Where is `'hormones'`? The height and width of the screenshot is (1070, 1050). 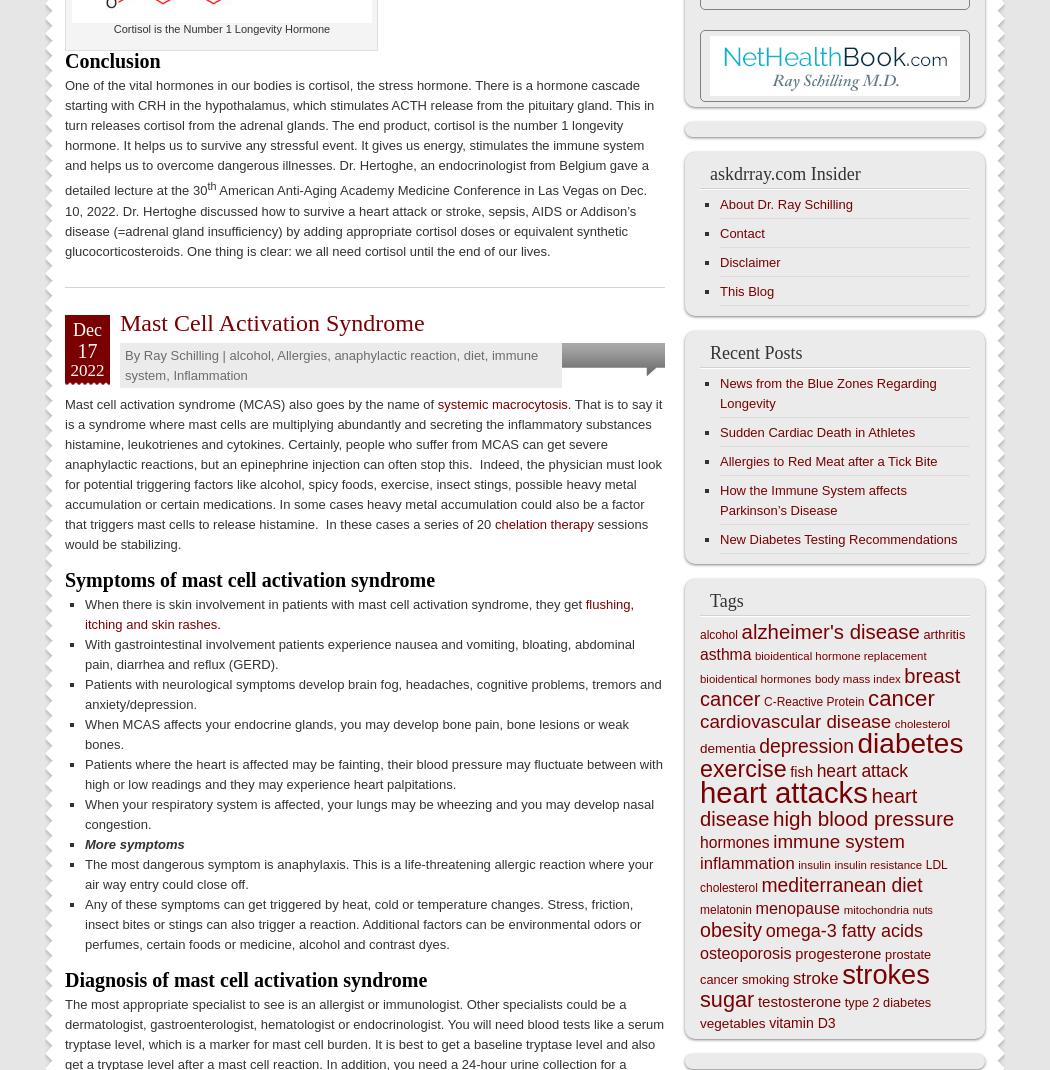 'hormones' is located at coordinates (733, 842).